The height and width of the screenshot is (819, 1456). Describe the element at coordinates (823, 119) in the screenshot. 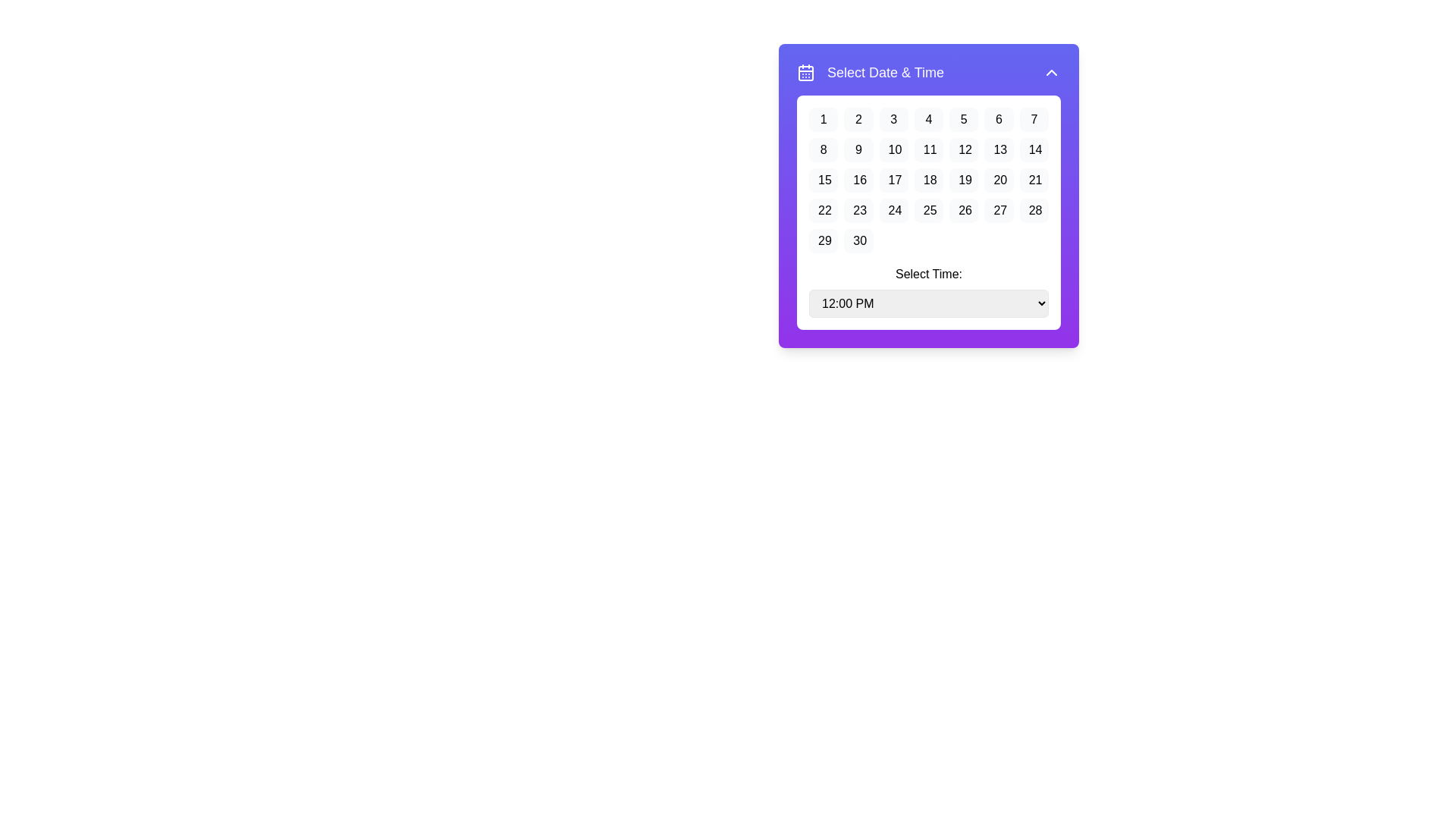

I see `the button displaying the numeral '1'` at that location.